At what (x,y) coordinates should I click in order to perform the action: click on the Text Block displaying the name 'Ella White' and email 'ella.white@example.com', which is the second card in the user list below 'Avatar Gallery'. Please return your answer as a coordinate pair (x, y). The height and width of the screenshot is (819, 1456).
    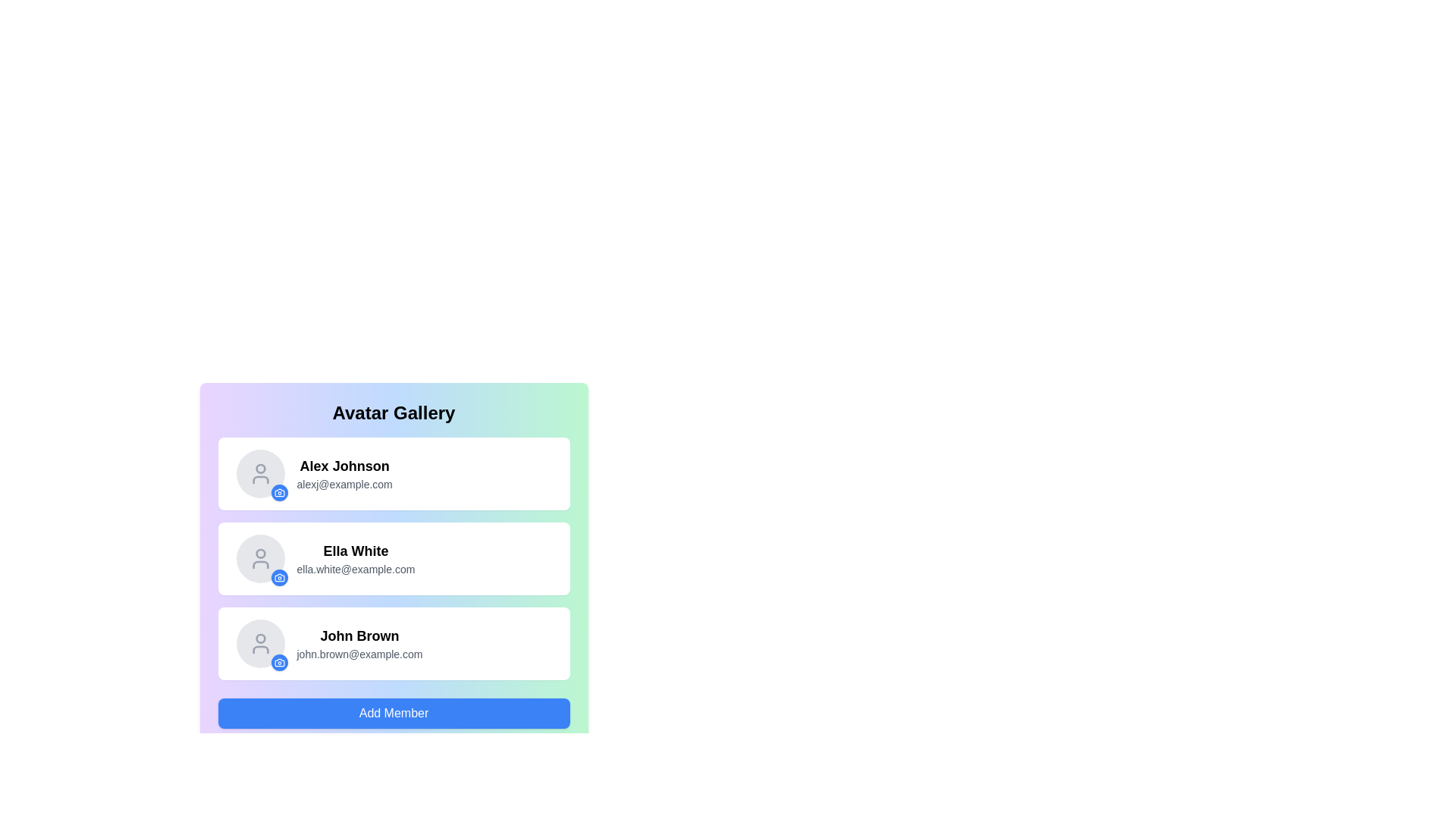
    Looking at the image, I should click on (355, 558).